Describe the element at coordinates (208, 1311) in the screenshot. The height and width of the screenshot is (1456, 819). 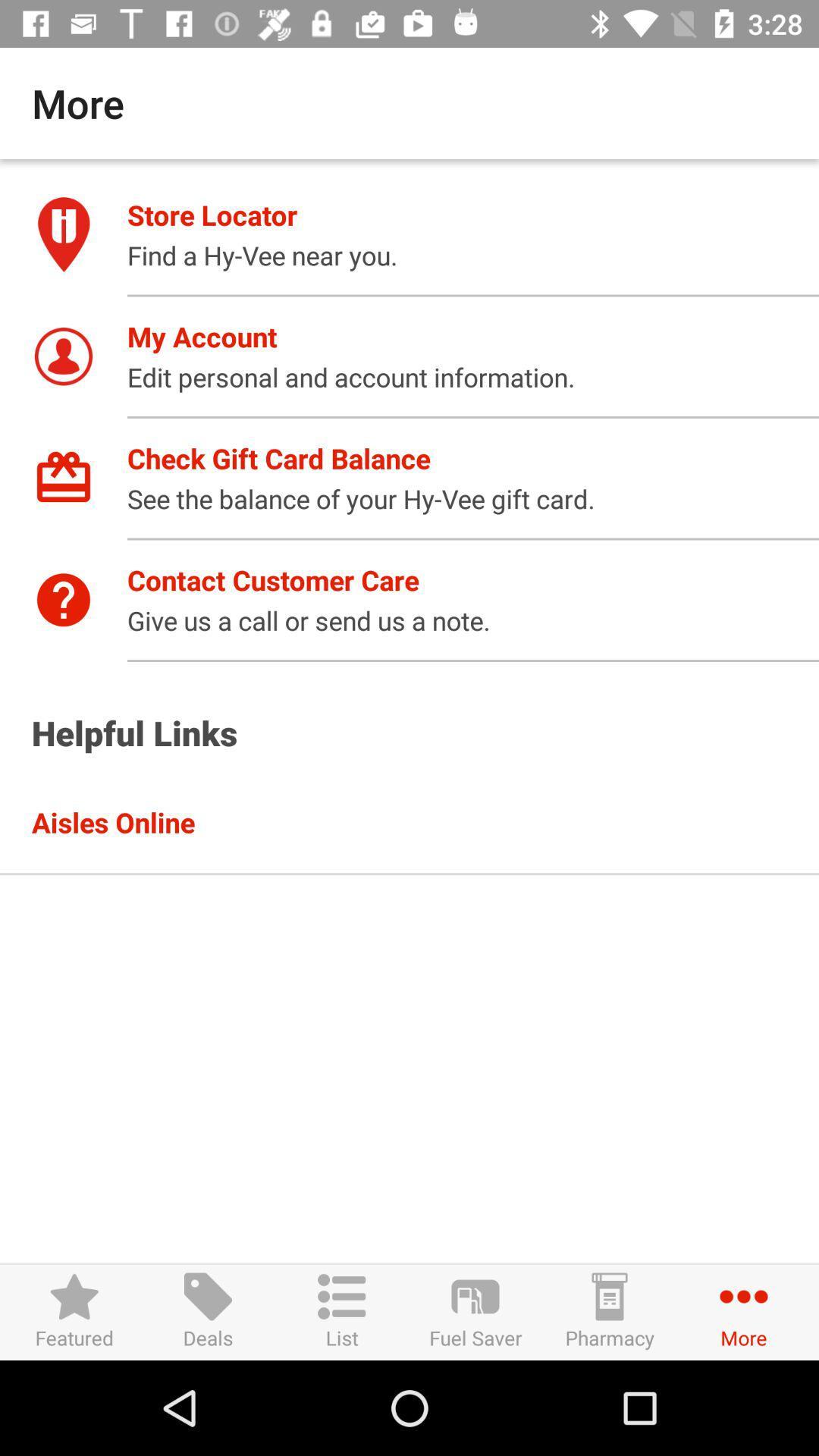
I see `item to the left of list` at that location.